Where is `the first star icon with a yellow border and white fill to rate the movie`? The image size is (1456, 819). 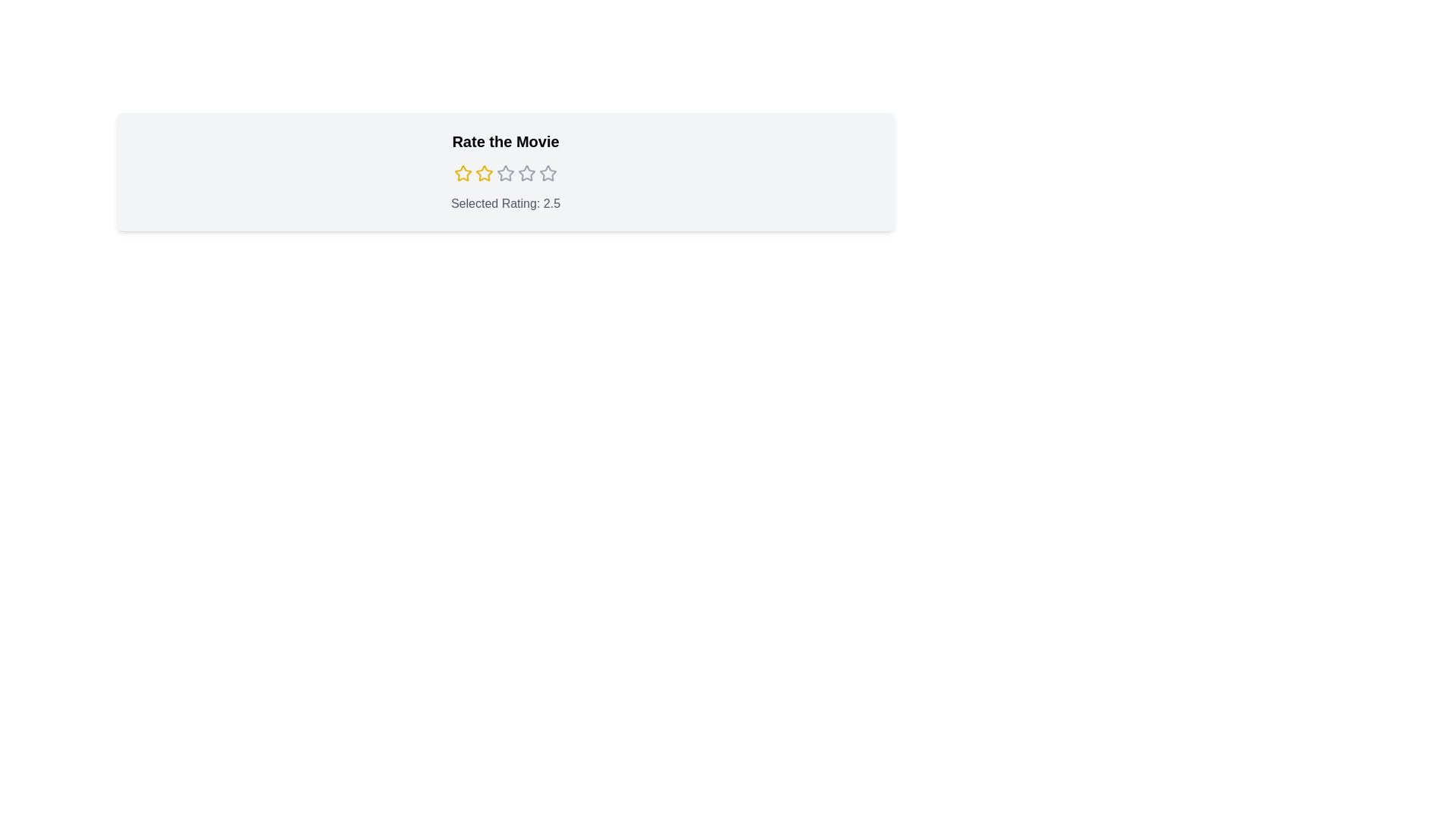 the first star icon with a yellow border and white fill to rate the movie is located at coordinates (462, 172).